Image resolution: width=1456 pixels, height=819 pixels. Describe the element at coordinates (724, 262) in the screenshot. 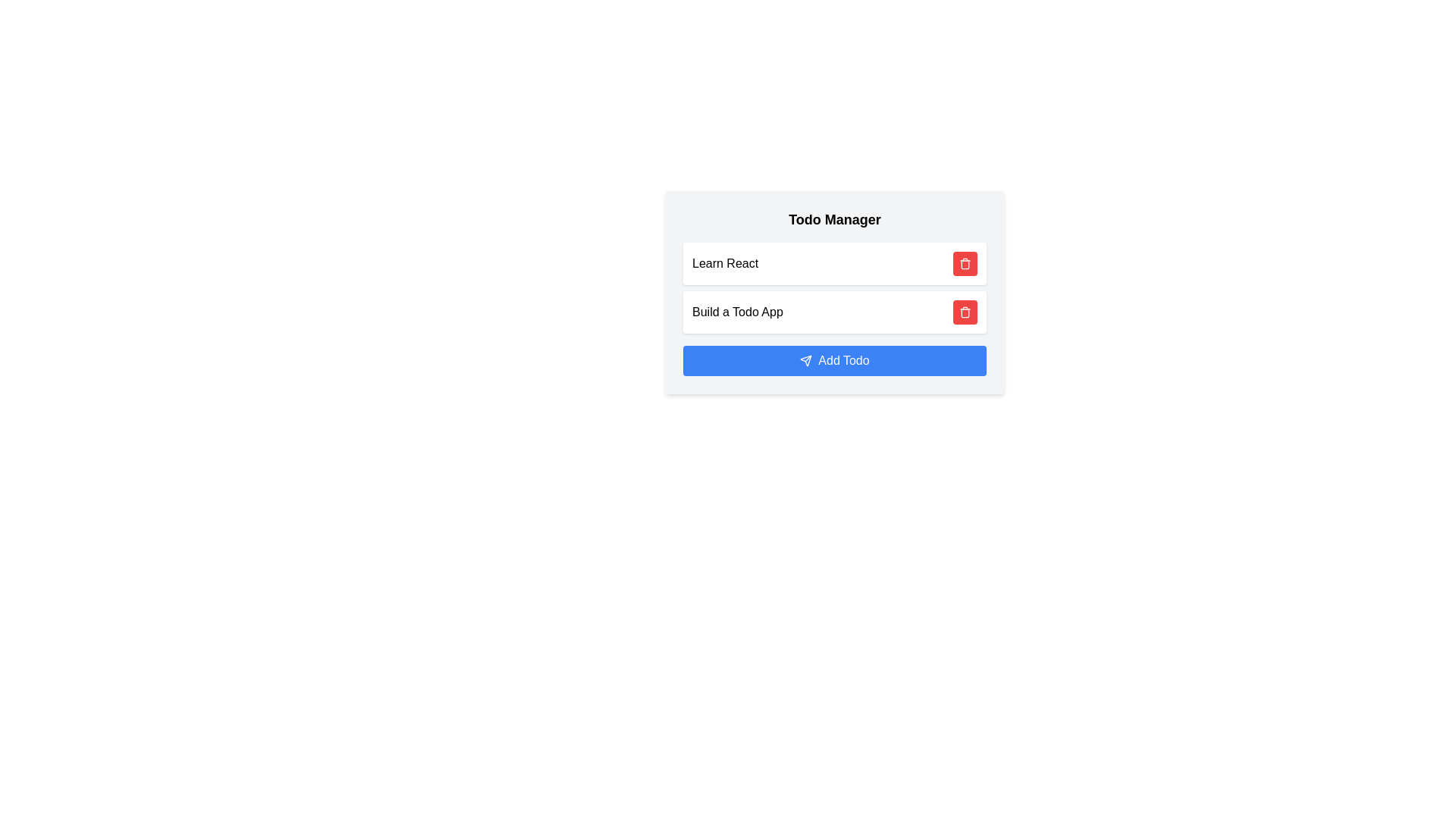

I see `on the 'Learn React' text element located in the first to-do entry under 'Todo Manager'` at that location.